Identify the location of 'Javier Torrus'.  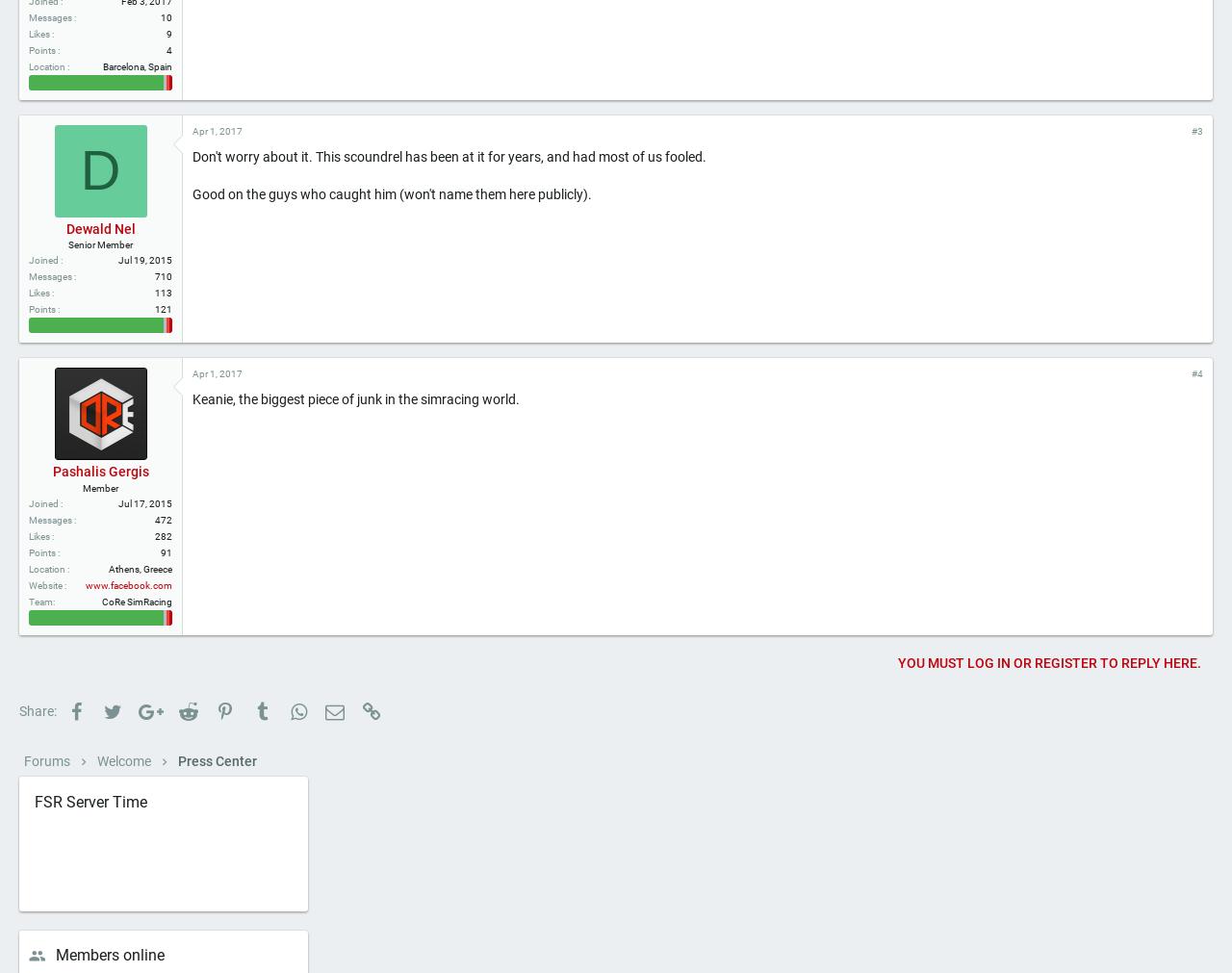
(99, 32).